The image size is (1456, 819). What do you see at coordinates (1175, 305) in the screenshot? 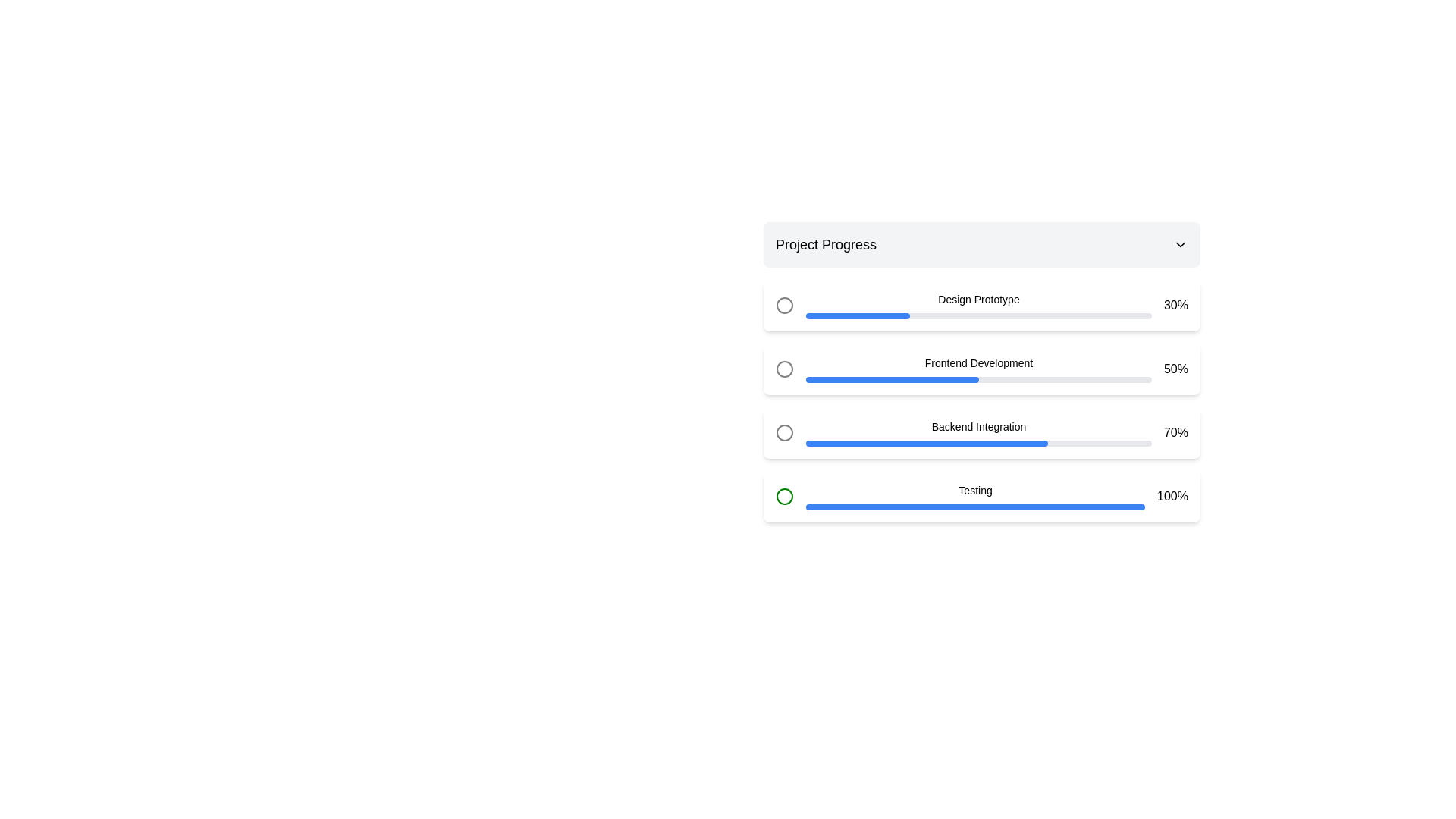
I see `text label displaying the percentage completion status for the 'Design Prototype' task, located at the top-right of the progress bar` at bounding box center [1175, 305].